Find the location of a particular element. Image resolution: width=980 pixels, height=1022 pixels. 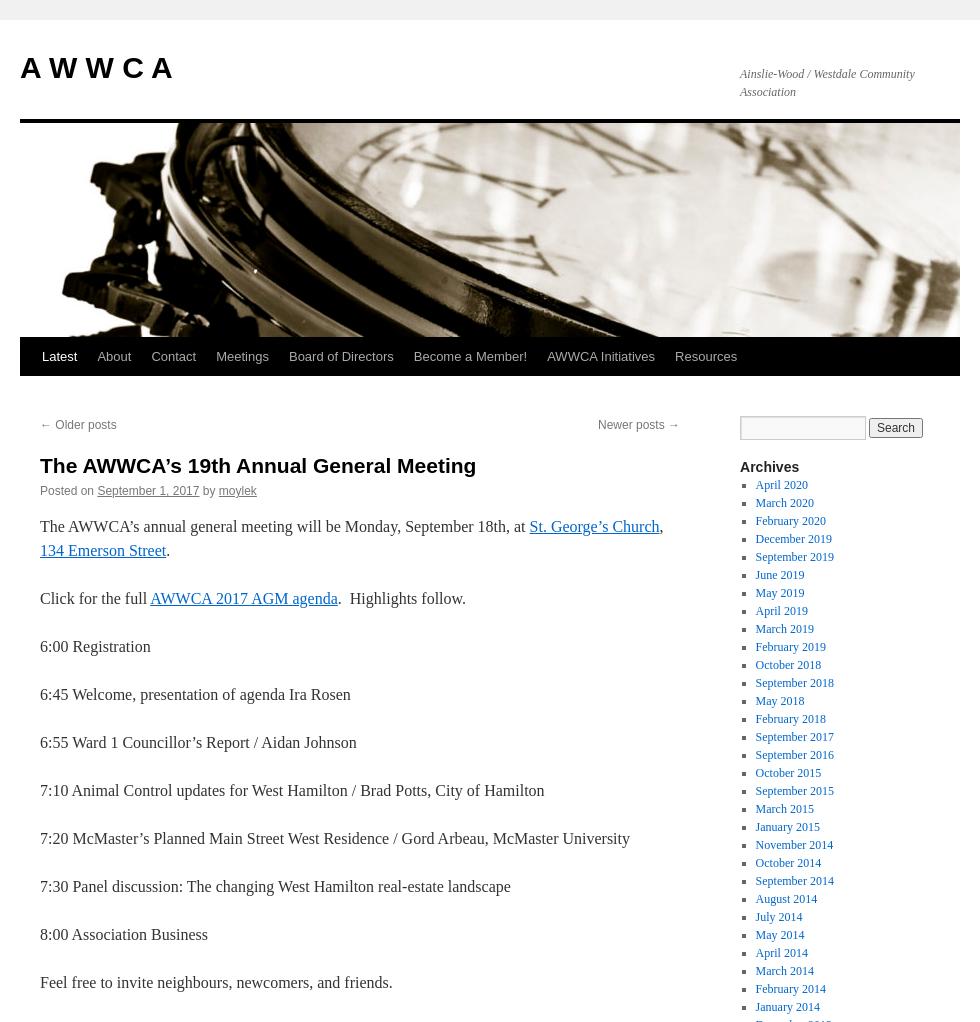

'September 2018' is located at coordinates (793, 682).